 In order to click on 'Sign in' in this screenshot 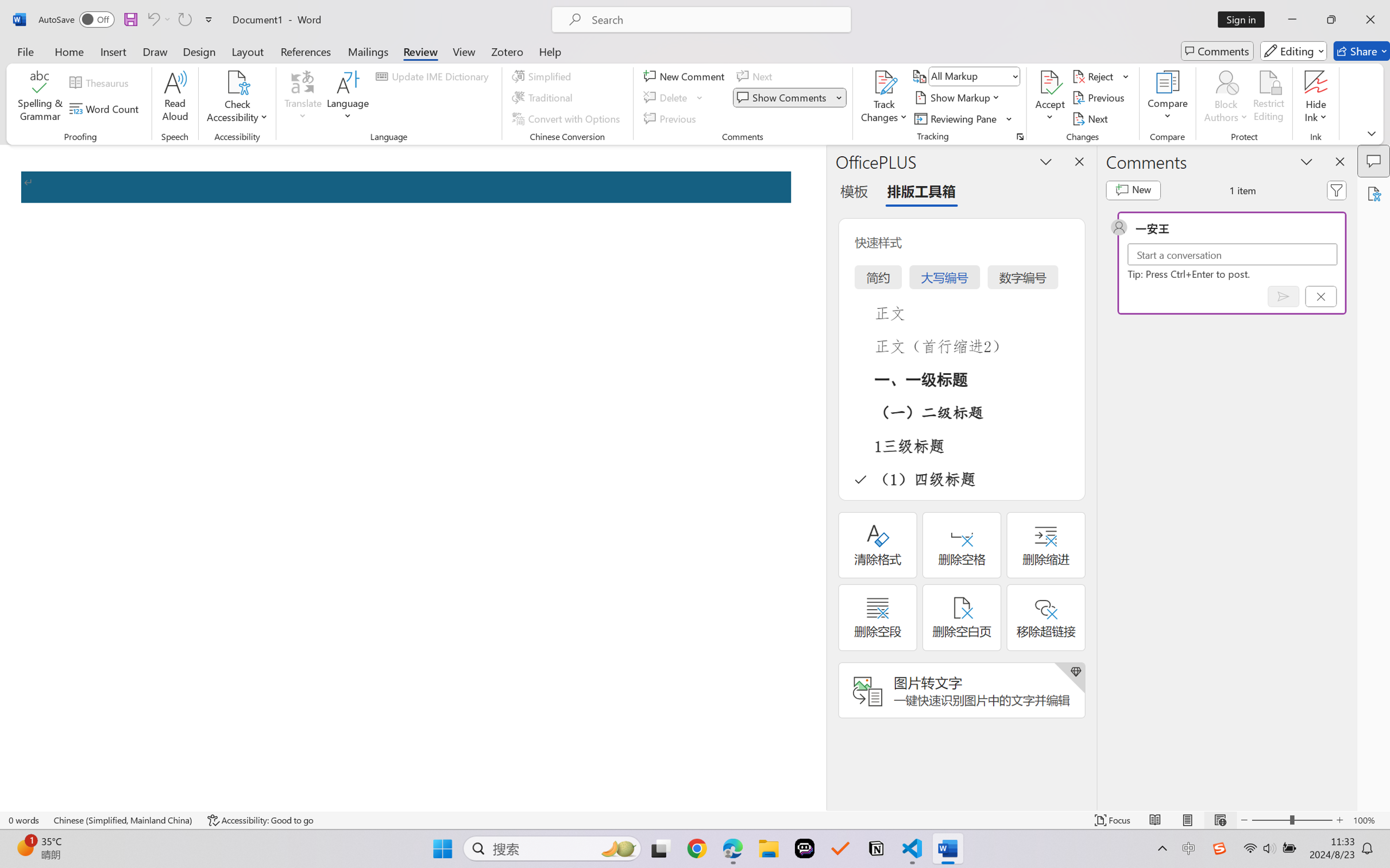, I will do `click(1245, 19)`.